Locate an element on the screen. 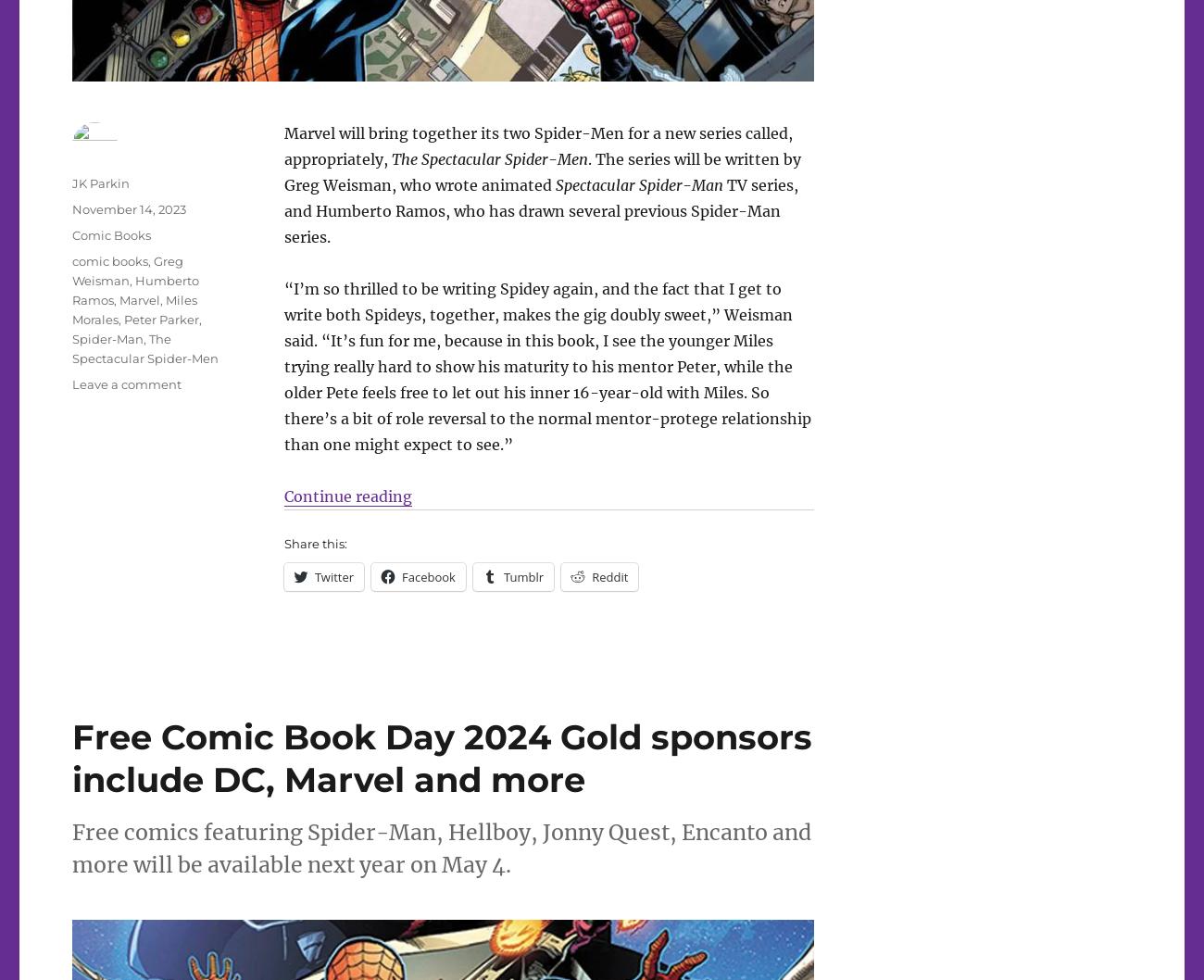 This screenshot has height=980, width=1204. 'Spectacular Spider-Man' is located at coordinates (637, 184).